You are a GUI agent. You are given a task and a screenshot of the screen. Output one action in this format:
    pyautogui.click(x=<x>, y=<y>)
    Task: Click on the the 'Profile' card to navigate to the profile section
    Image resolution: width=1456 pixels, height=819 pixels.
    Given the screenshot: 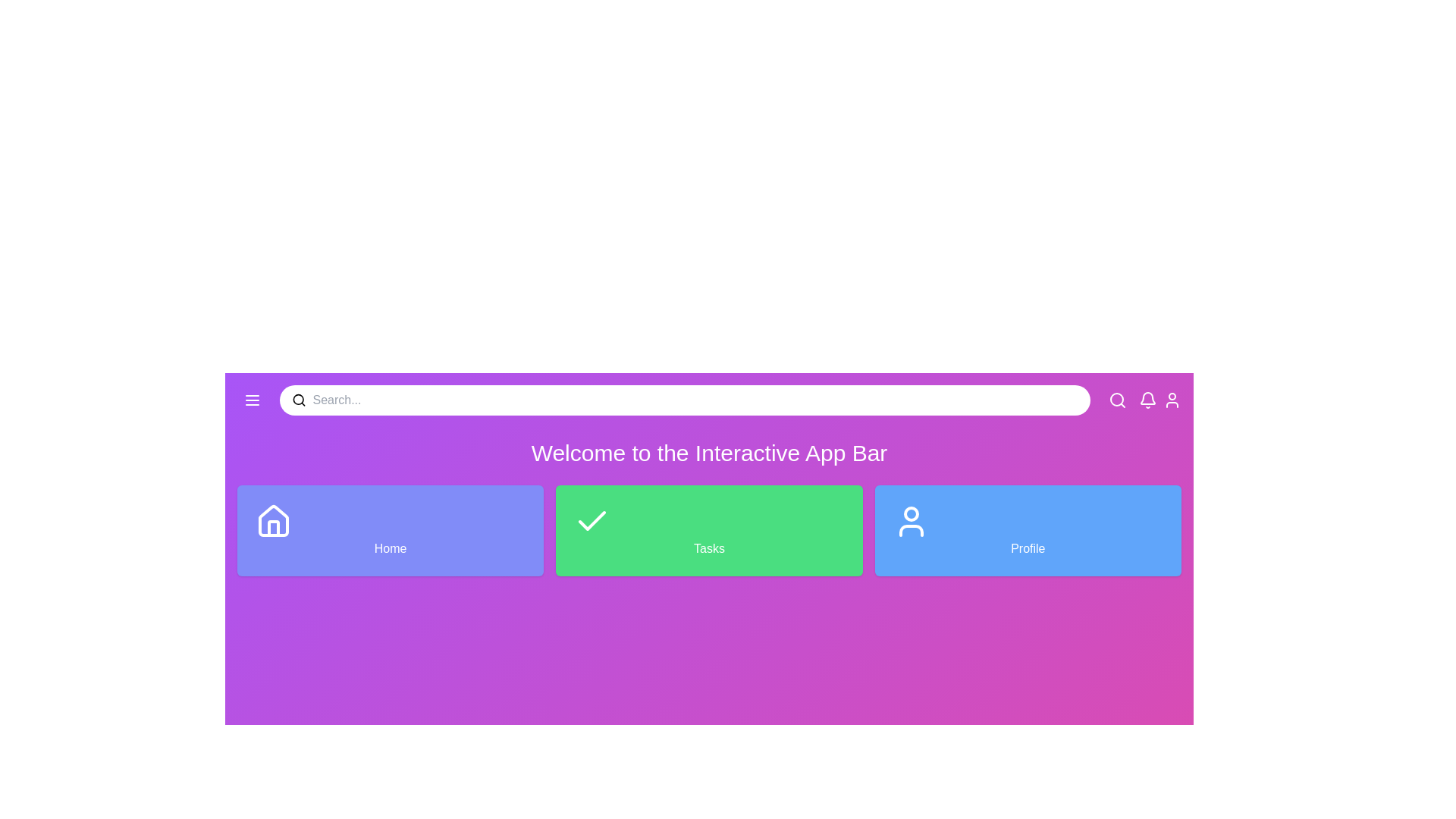 What is the action you would take?
    pyautogui.click(x=1027, y=529)
    